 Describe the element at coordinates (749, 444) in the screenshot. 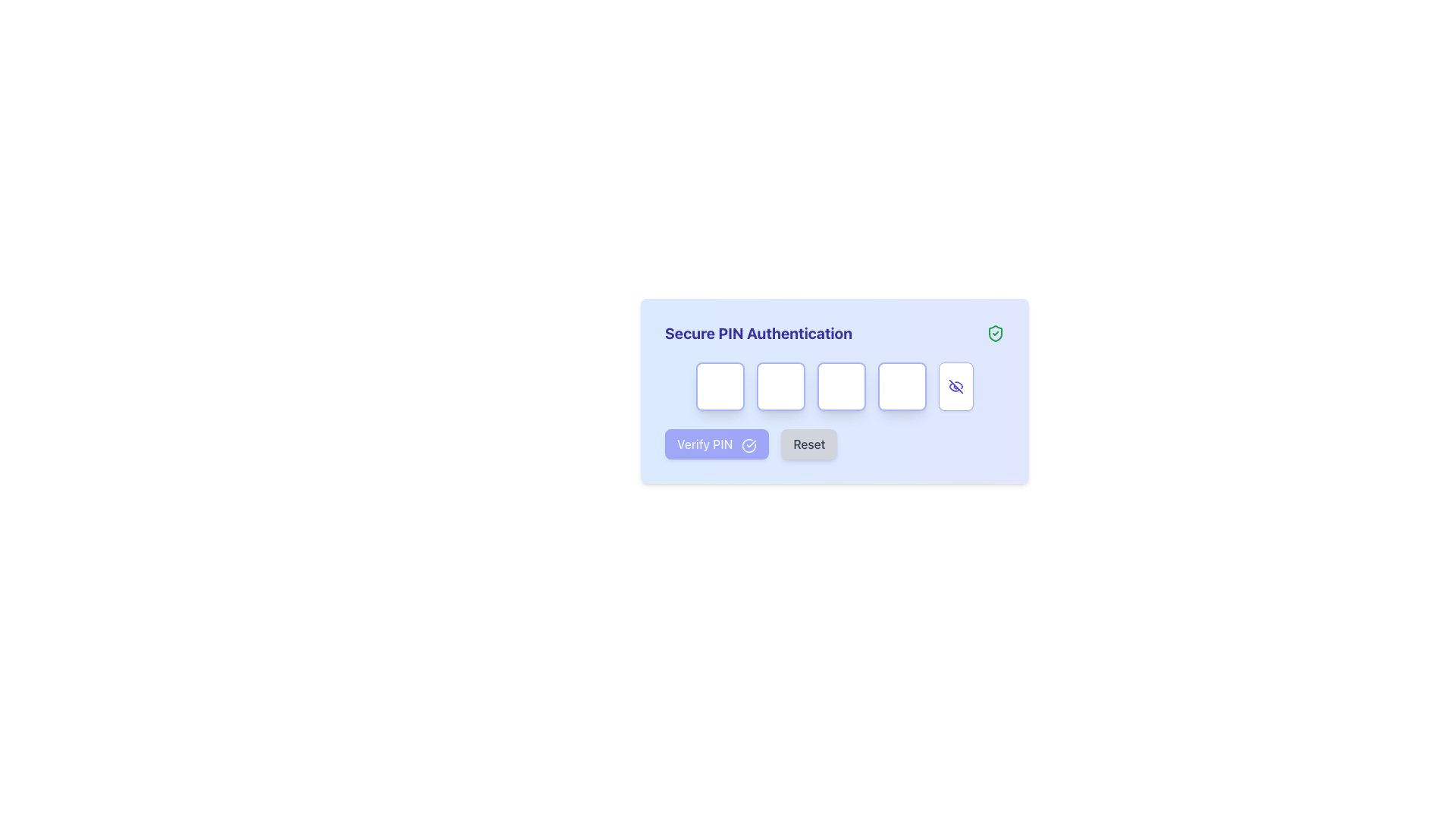

I see `the circular outline check mark icon located to the right of the 'Verify PIN' button` at that location.